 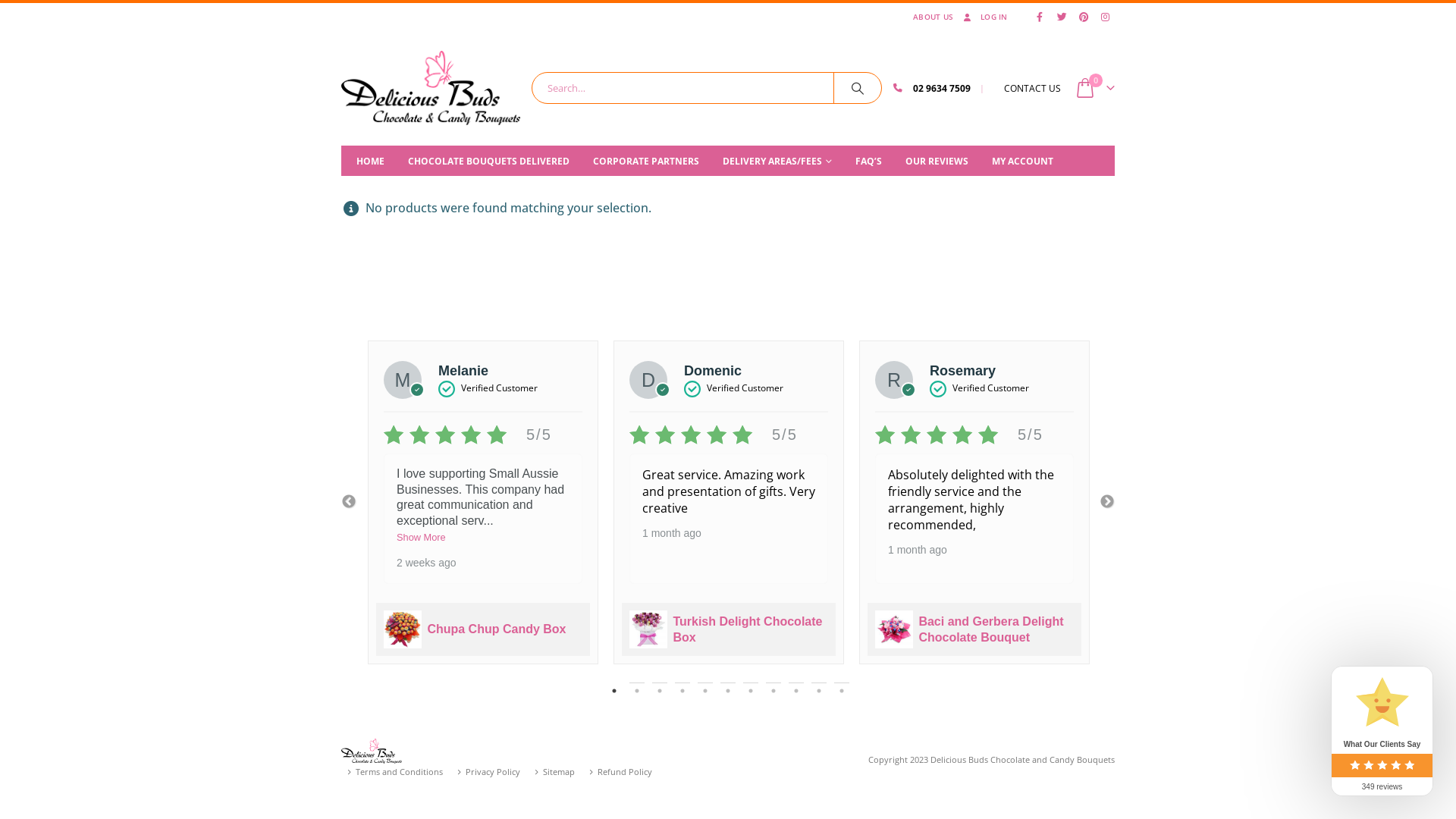 I want to click on 'HOME', so click(x=366, y=161).